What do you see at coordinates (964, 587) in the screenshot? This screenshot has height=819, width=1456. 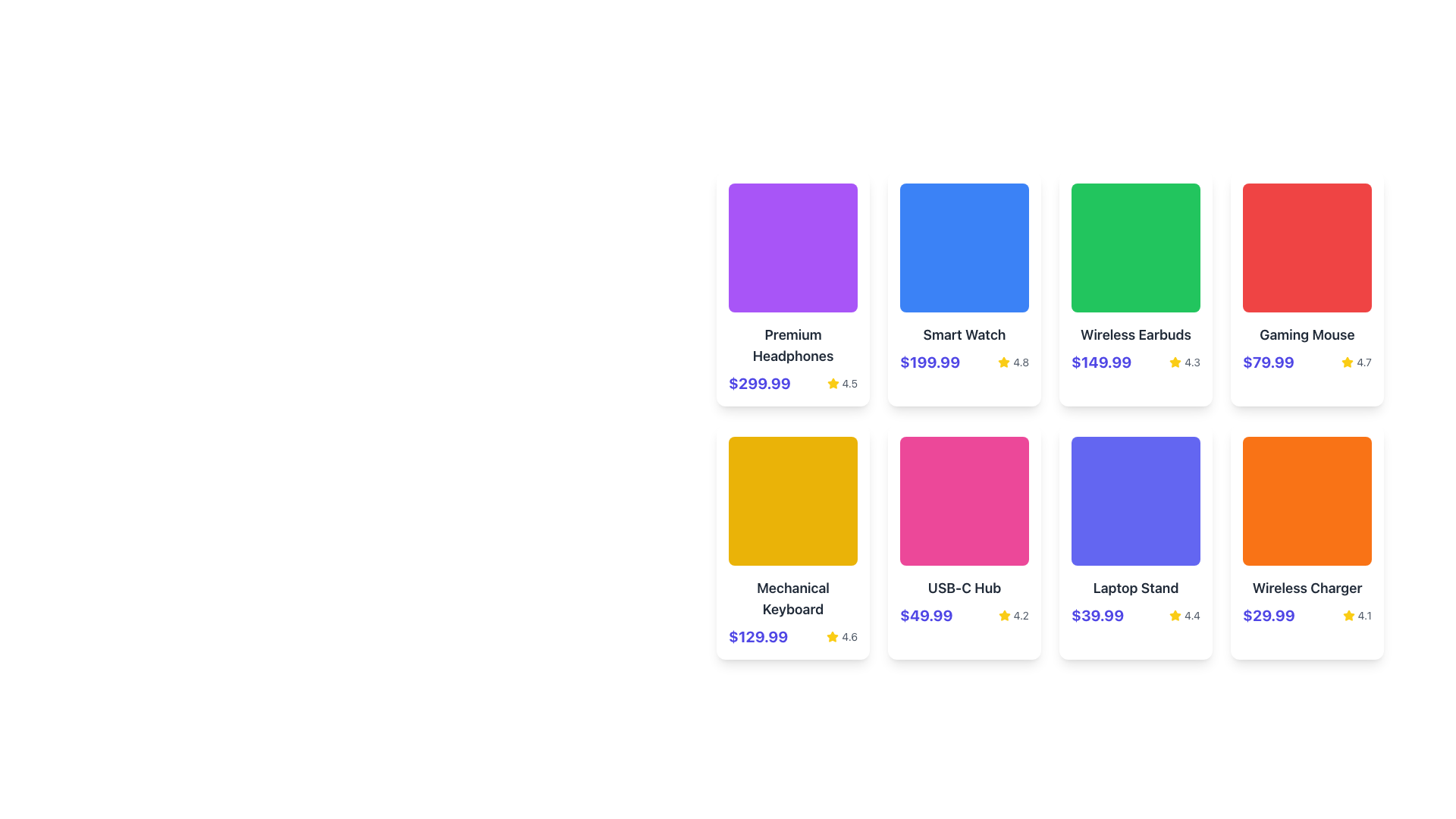 I see `the 'USB-C Hub' text label, which is styled with a bold font and dark gray color, located in the second row, second column of the product card layout for potential interaction if enabled` at bounding box center [964, 587].